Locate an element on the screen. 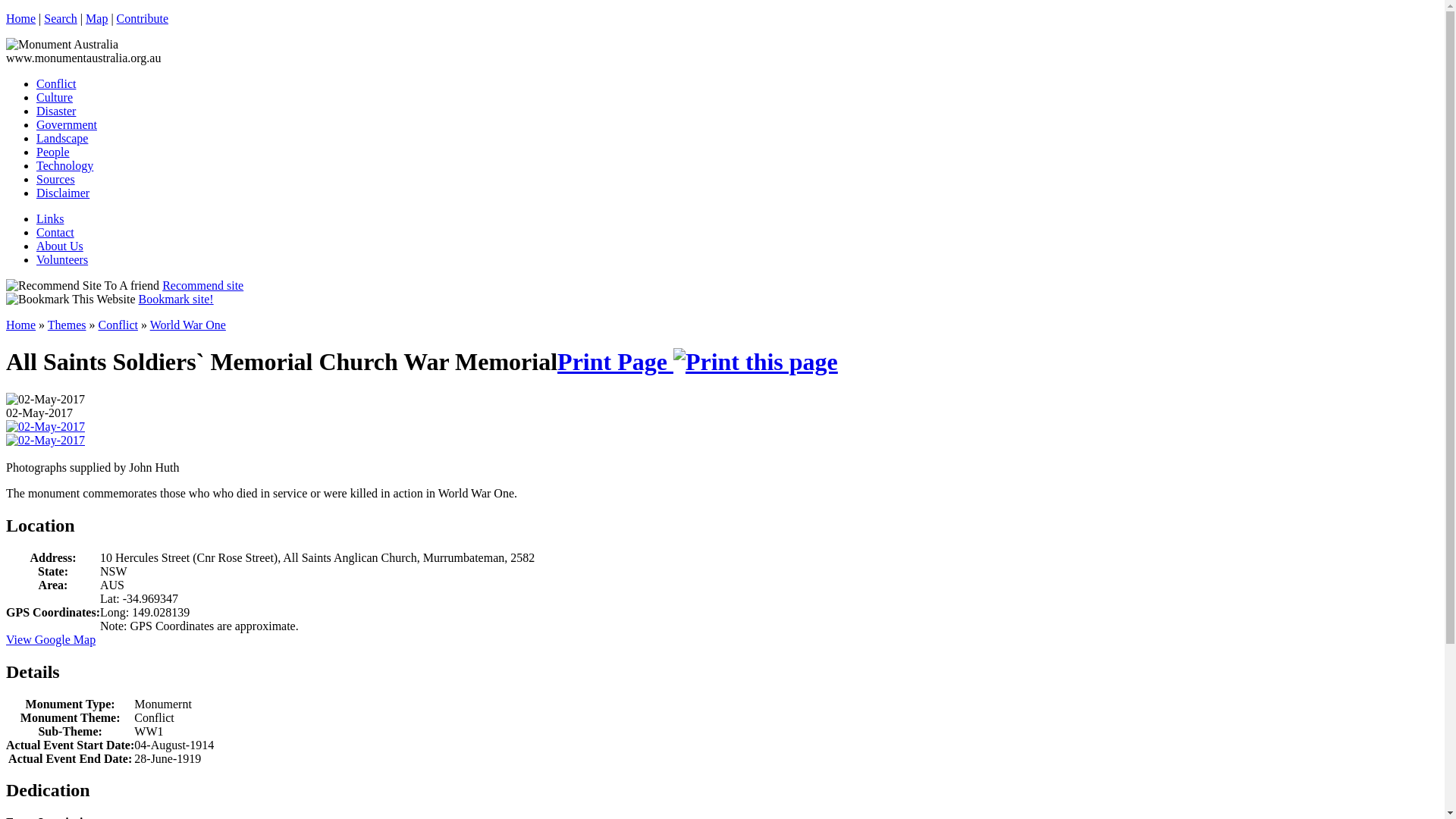 This screenshot has height=819, width=1456. 'Links' is located at coordinates (50, 218).